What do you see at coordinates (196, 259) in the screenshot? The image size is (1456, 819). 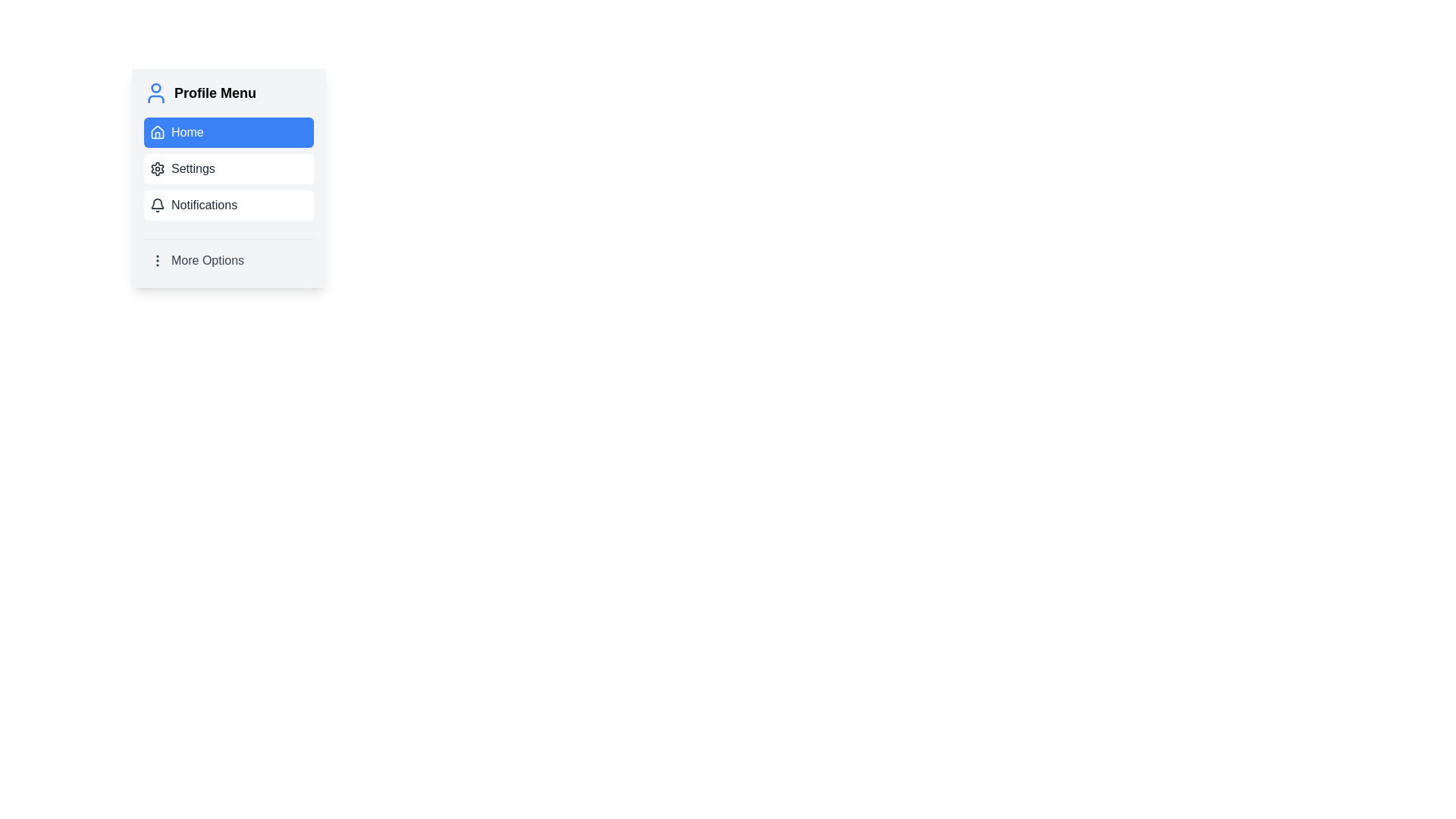 I see `the 'More Options' button in the Profile Menu to change its background for a visual cue` at bounding box center [196, 259].